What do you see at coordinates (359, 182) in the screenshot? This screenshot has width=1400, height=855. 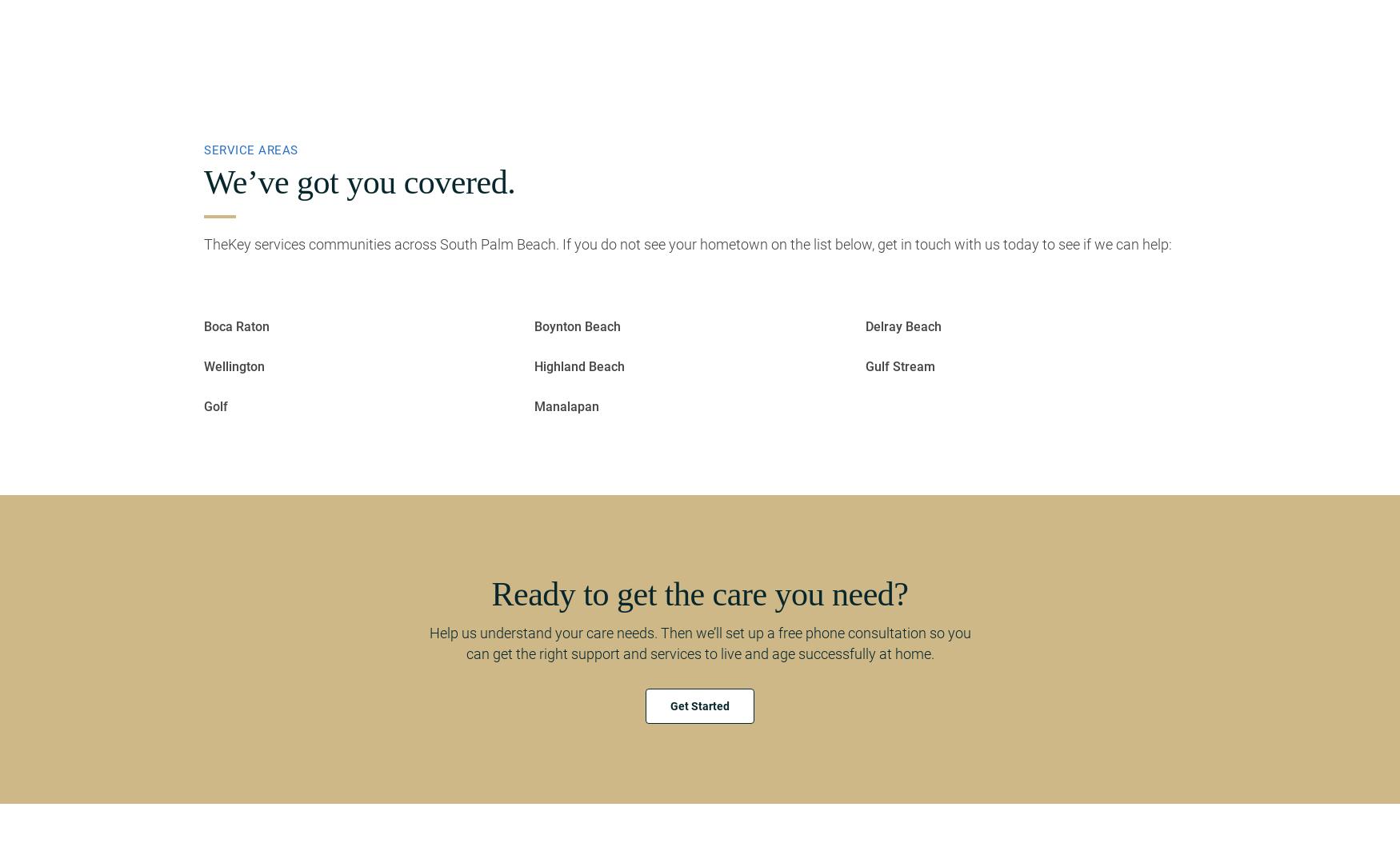 I see `'We’ve got you covered.'` at bounding box center [359, 182].